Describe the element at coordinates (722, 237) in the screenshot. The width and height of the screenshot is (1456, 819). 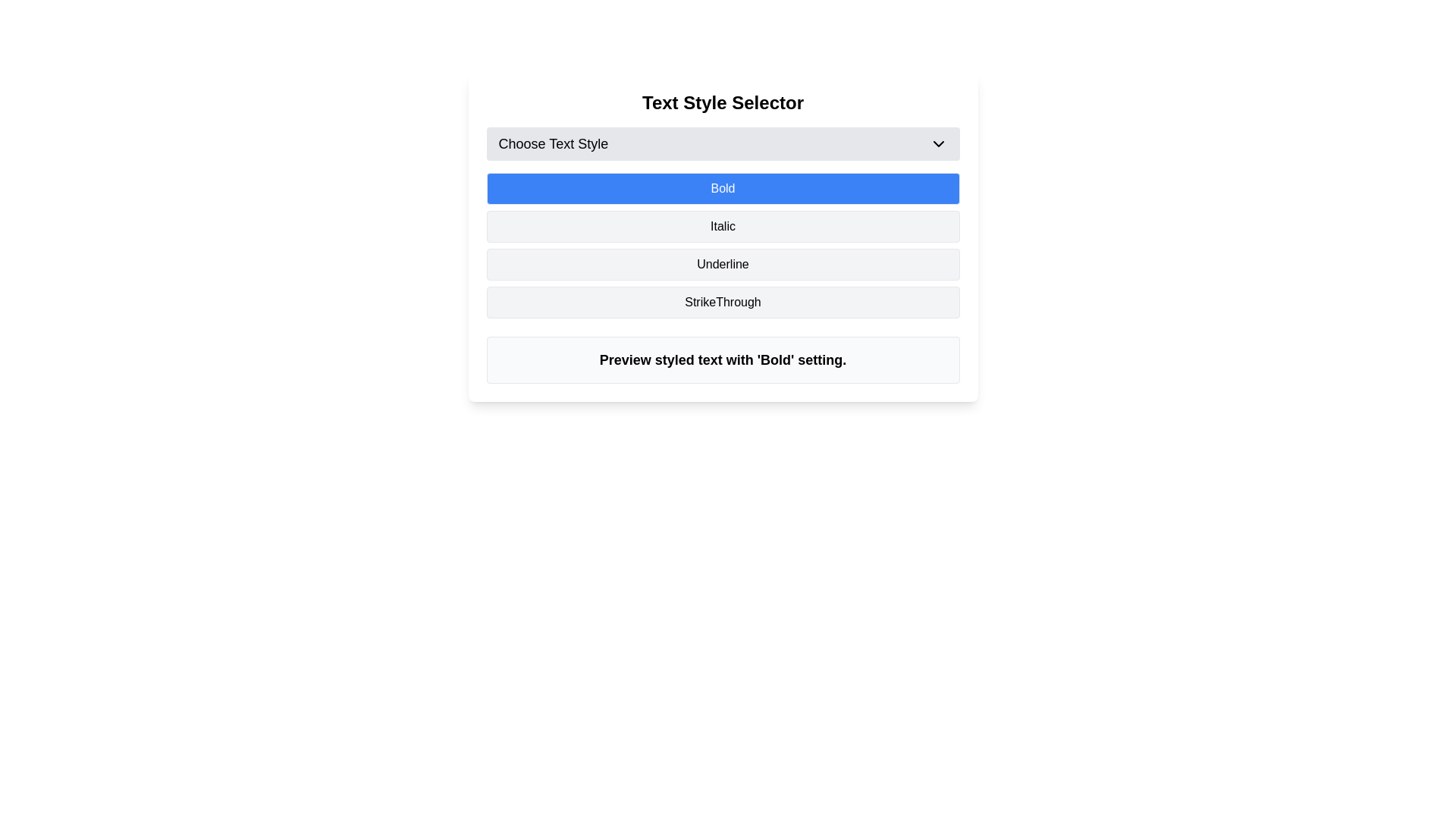
I see `the 'Italic' text style button, which is the second option in the list of text style selectors located in the modal` at that location.